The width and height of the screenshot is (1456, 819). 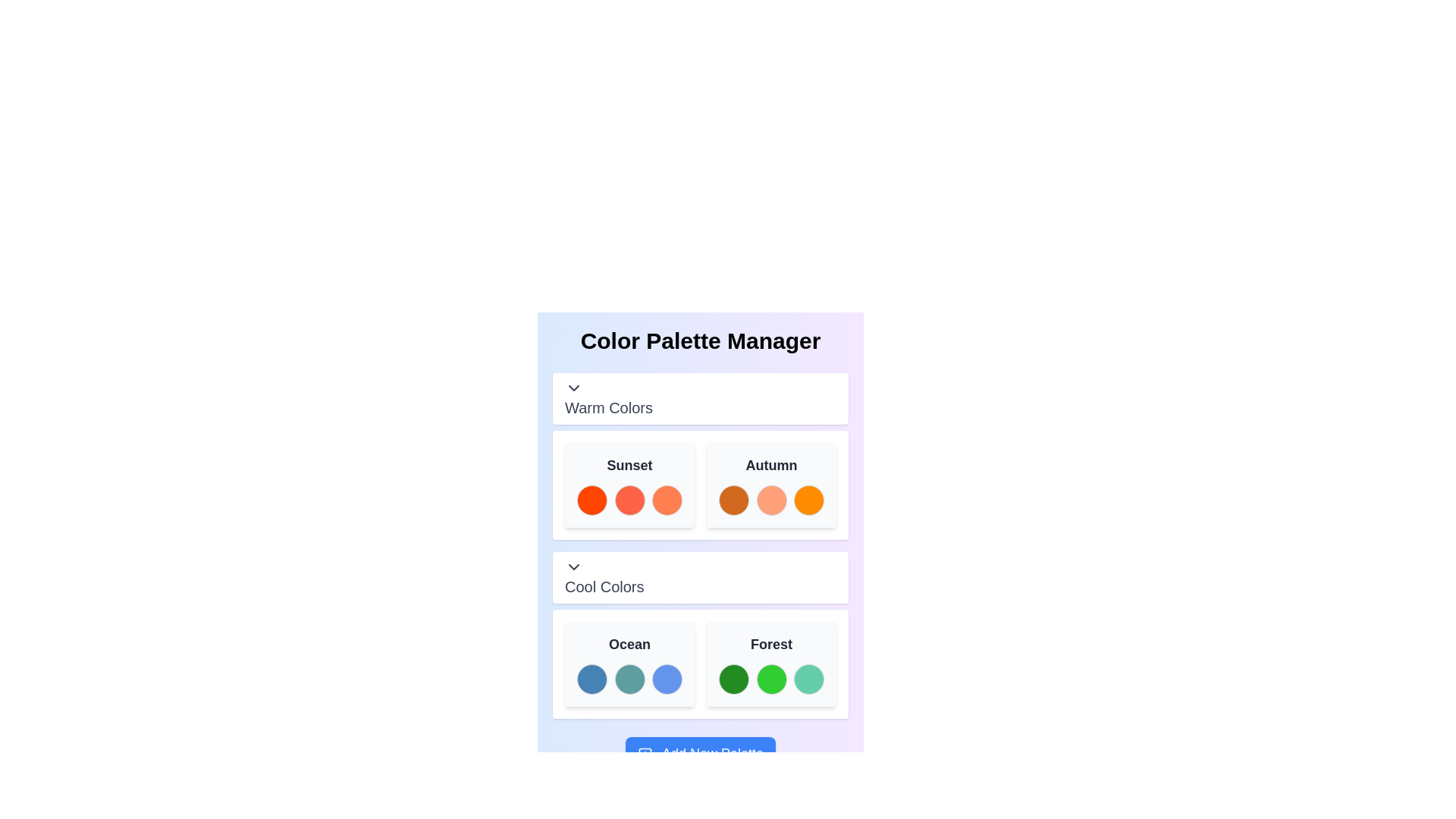 I want to click on the 'Add New Palette' button located centrally near the bottom of the interface to change its color, so click(x=700, y=754).